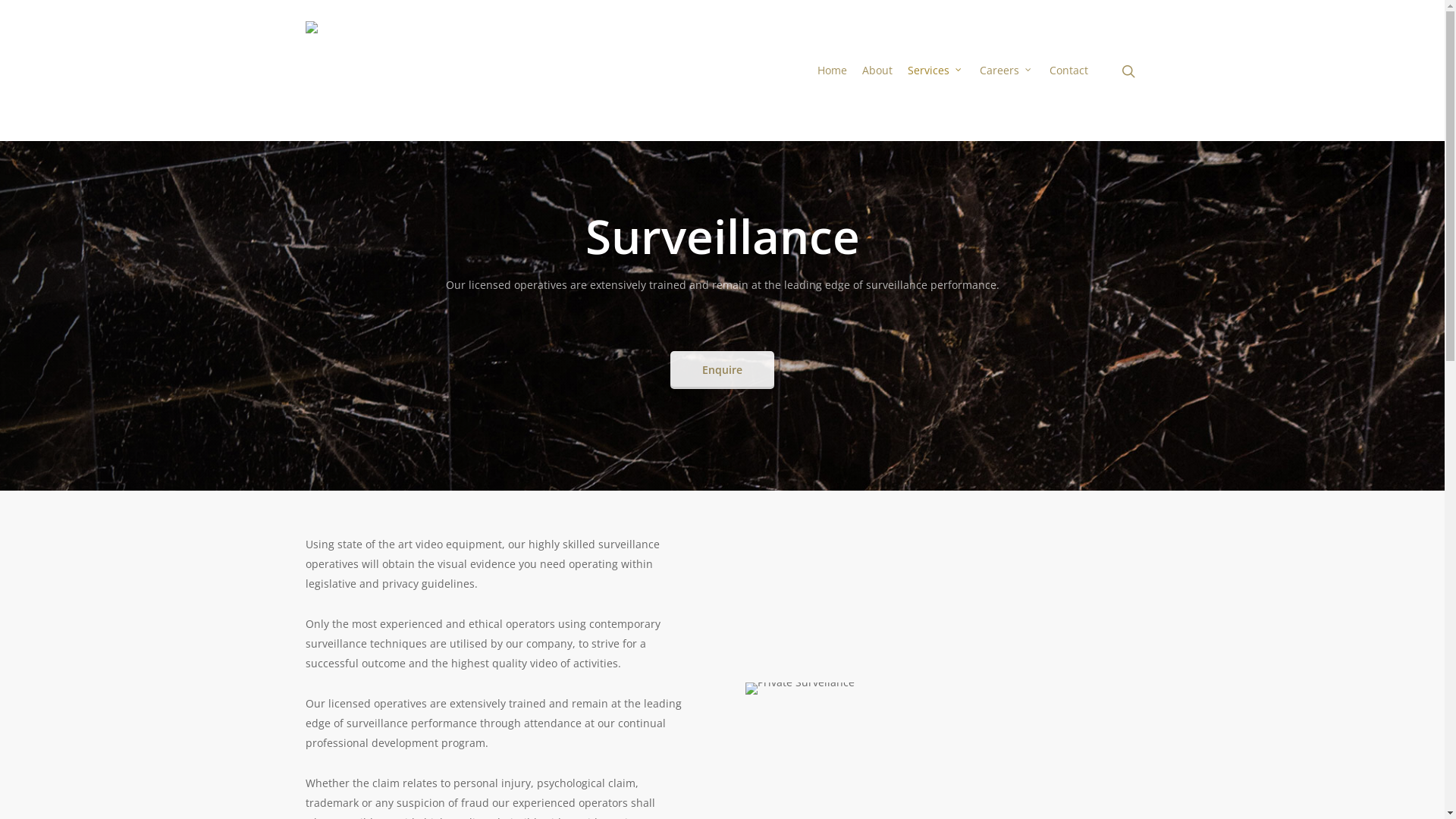  I want to click on 'Enquire', so click(669, 370).